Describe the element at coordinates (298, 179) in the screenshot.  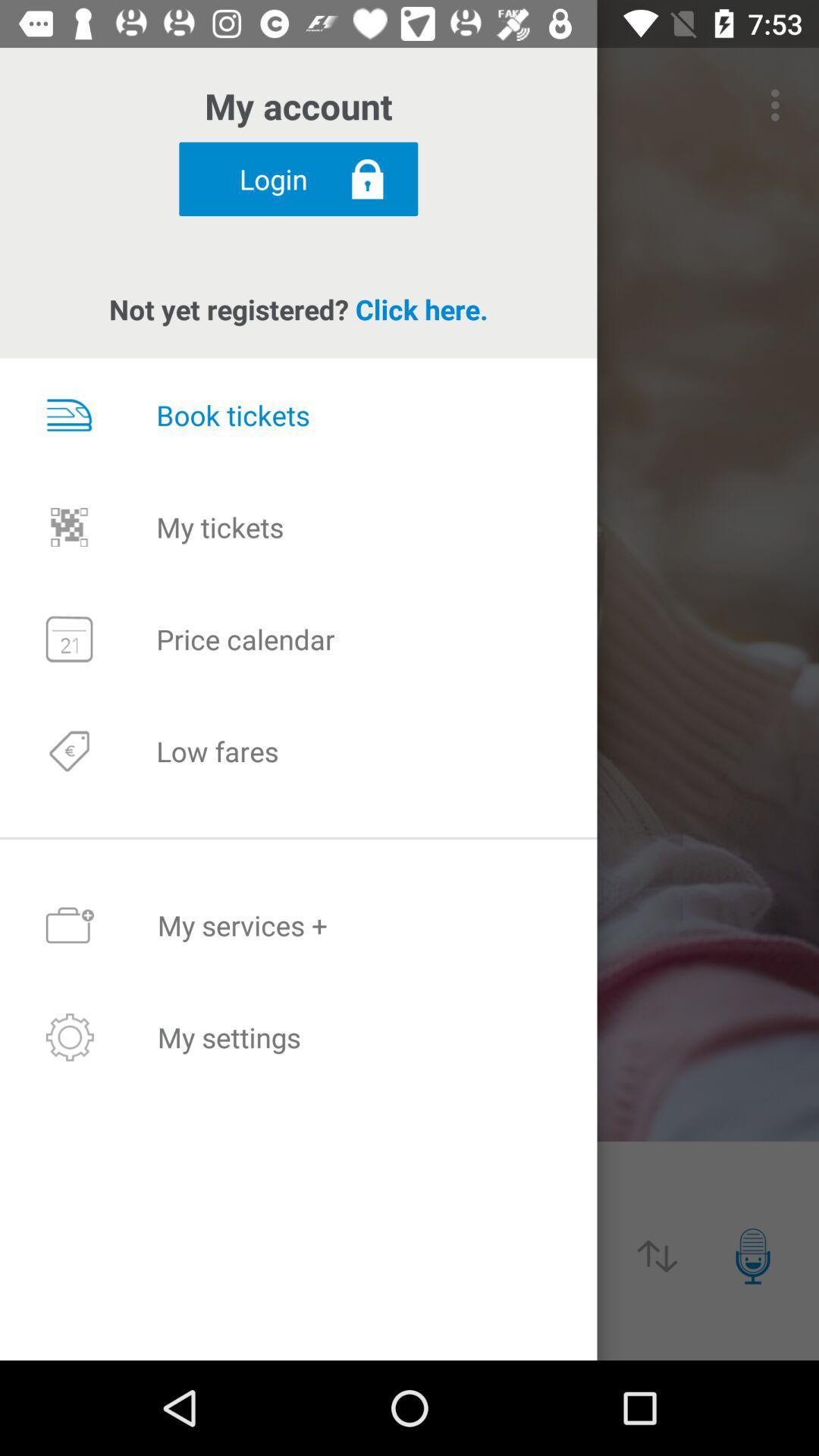
I see `the blue colored box below my account at the top of the page` at that location.